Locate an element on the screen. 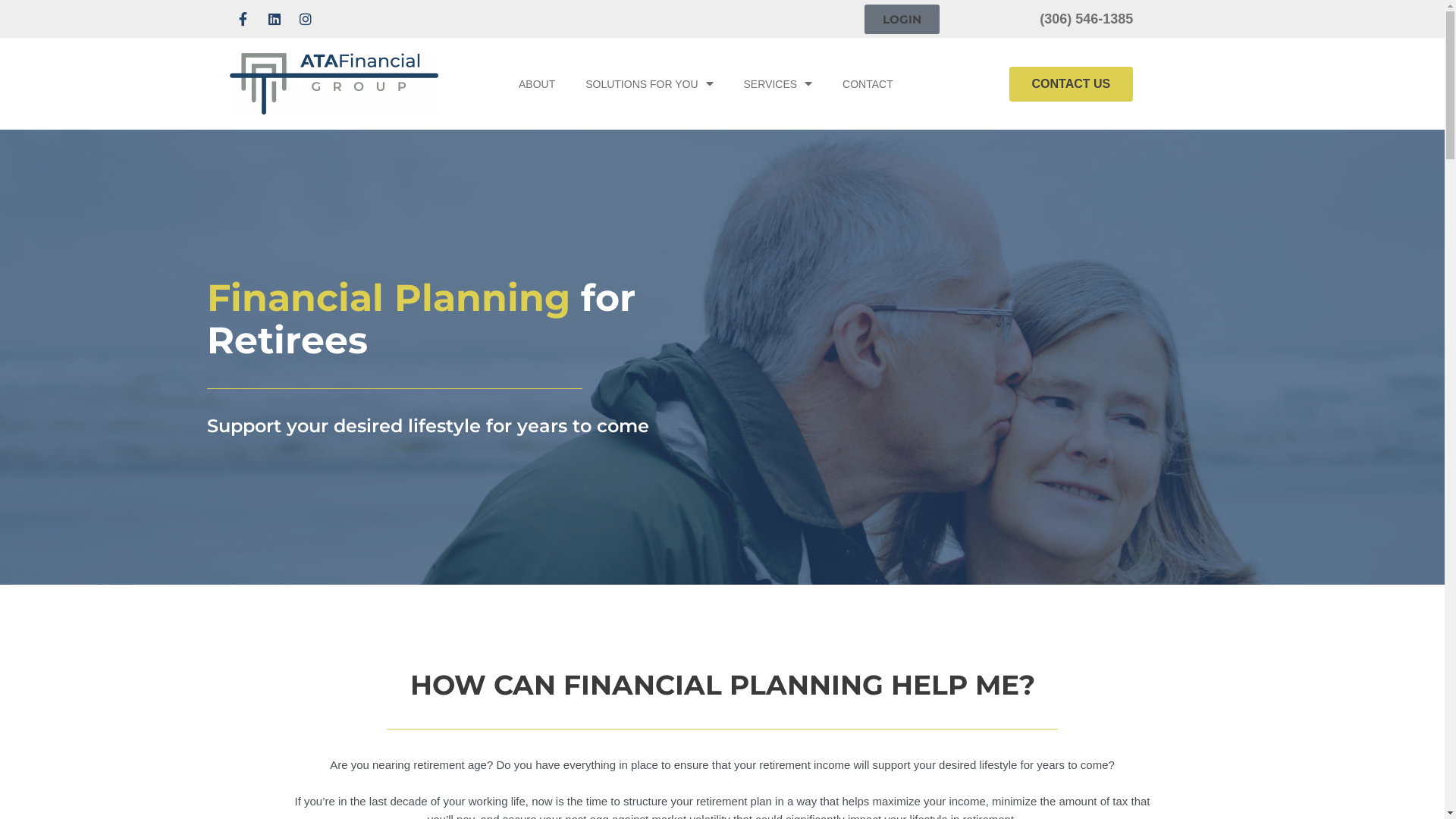 The width and height of the screenshot is (1456, 819). '(306) 546-1385' is located at coordinates (1085, 18).